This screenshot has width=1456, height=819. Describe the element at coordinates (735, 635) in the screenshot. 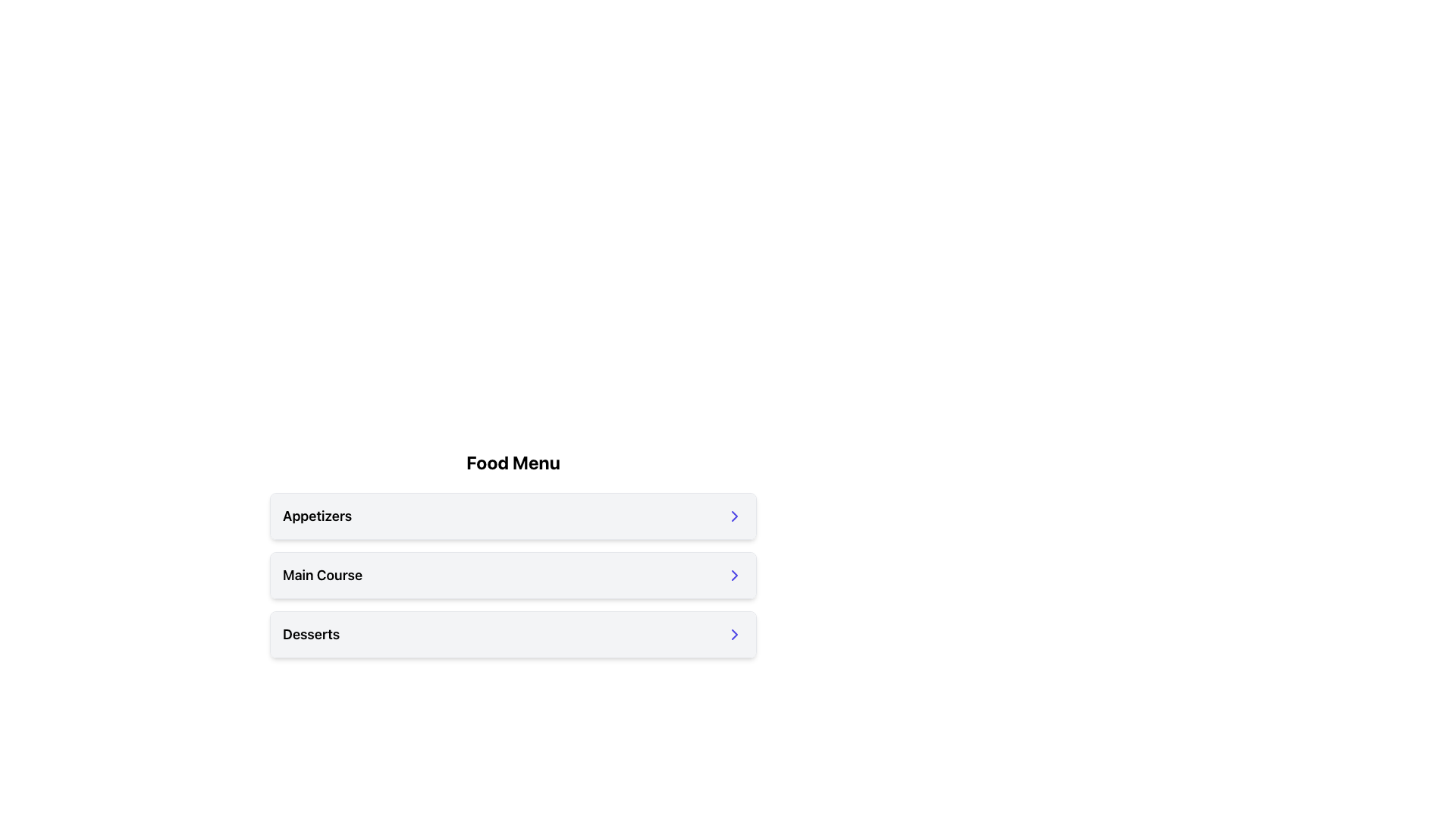

I see `the arrow icon located in the 'Desserts' section of the 'Food Menu'` at that location.